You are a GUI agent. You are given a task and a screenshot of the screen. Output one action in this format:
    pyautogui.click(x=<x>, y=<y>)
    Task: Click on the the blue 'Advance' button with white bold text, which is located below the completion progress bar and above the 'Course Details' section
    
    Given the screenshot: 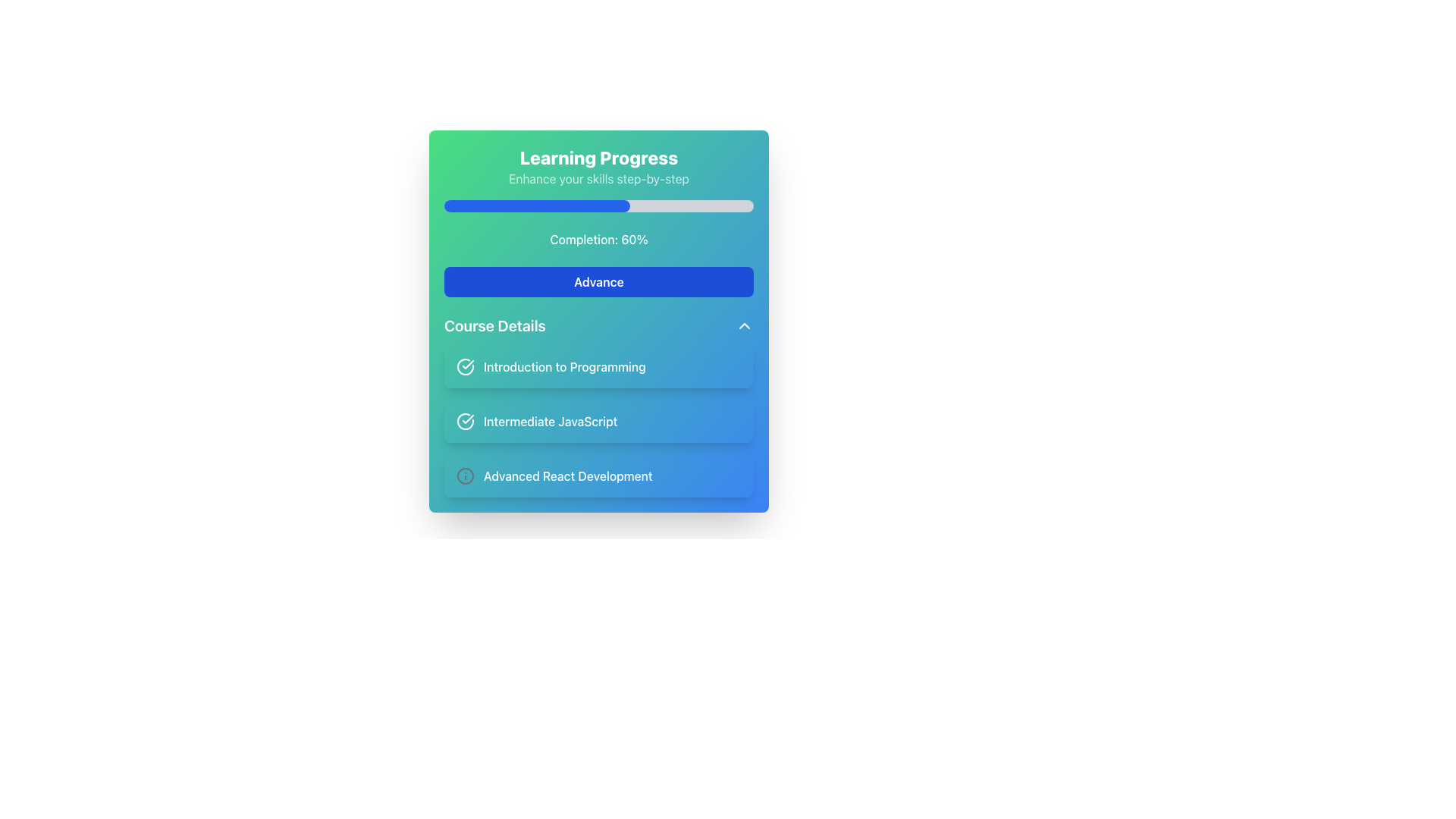 What is the action you would take?
    pyautogui.click(x=598, y=281)
    